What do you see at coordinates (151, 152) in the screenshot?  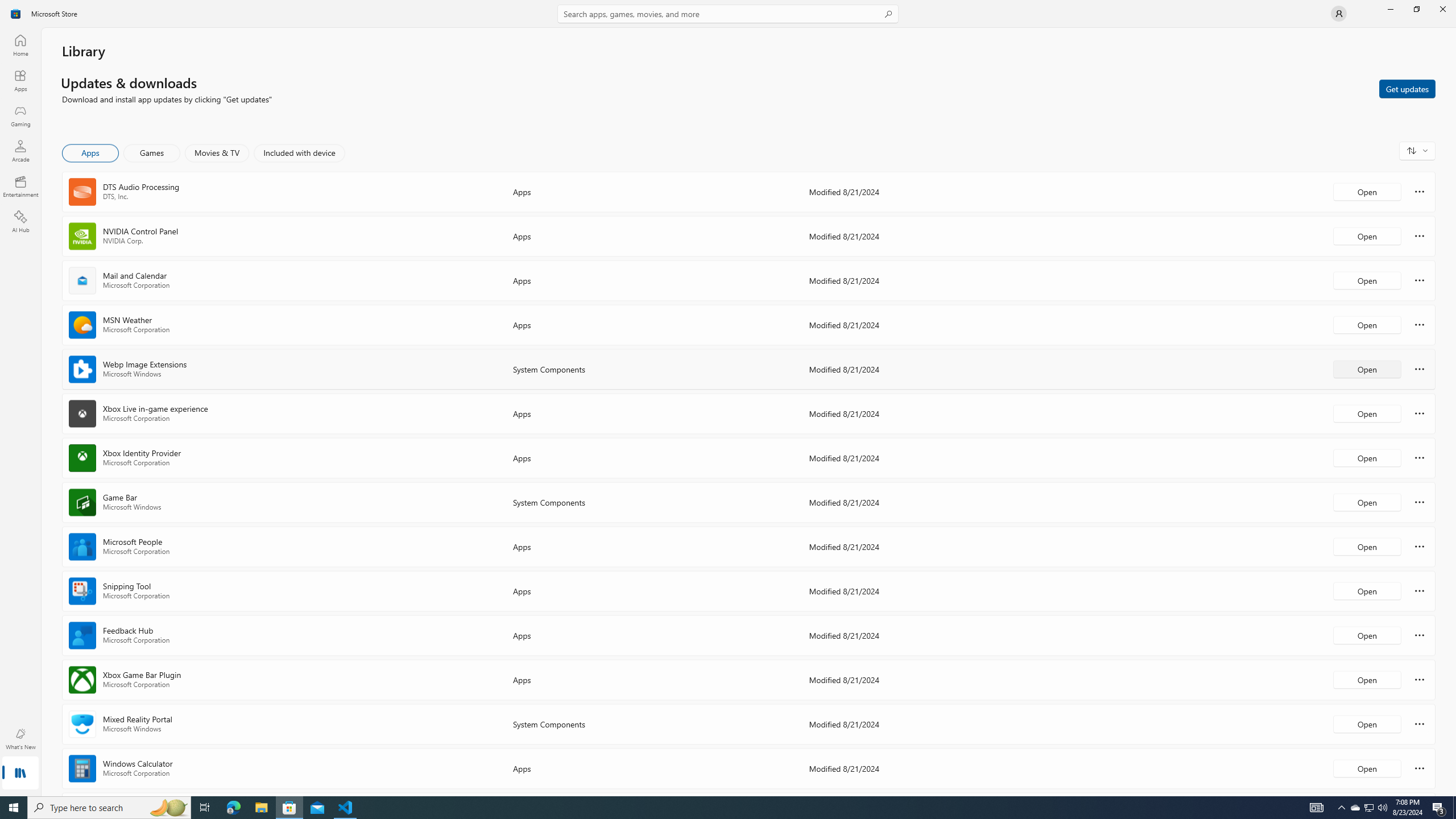 I see `'Games'` at bounding box center [151, 152].